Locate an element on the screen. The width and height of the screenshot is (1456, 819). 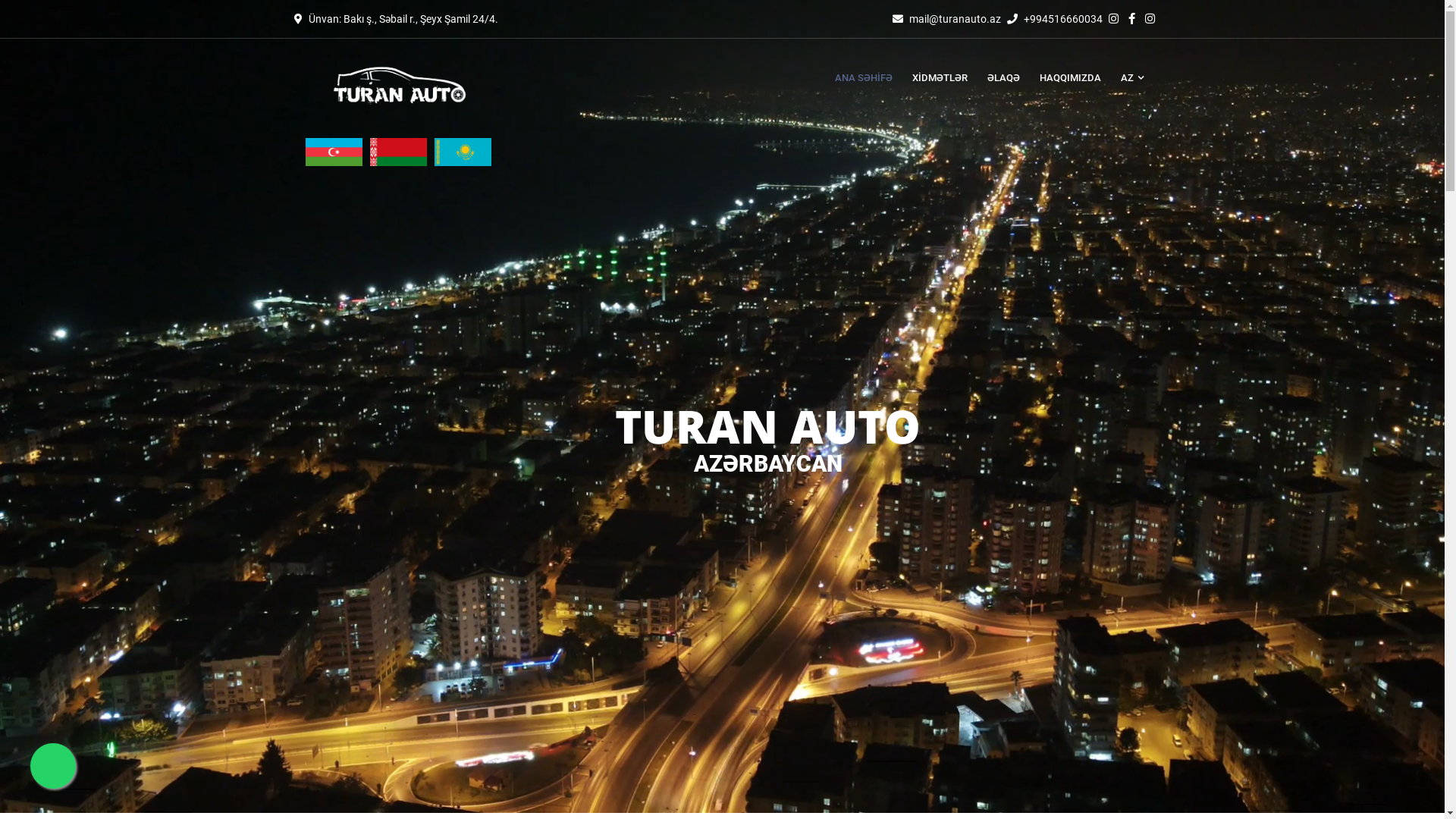
'https://www.facebook.com/turanauto' is located at coordinates (1133, 18).